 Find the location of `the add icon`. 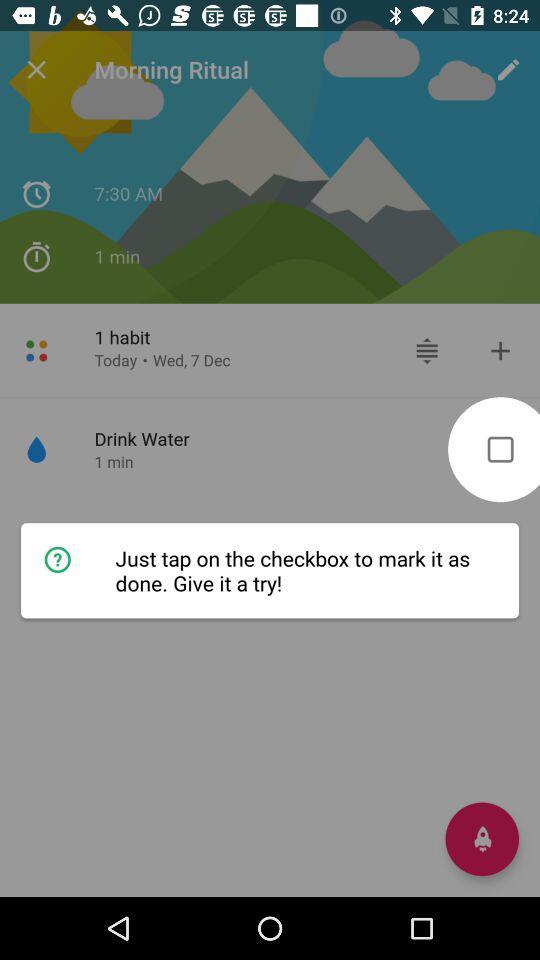

the add icon is located at coordinates (499, 350).